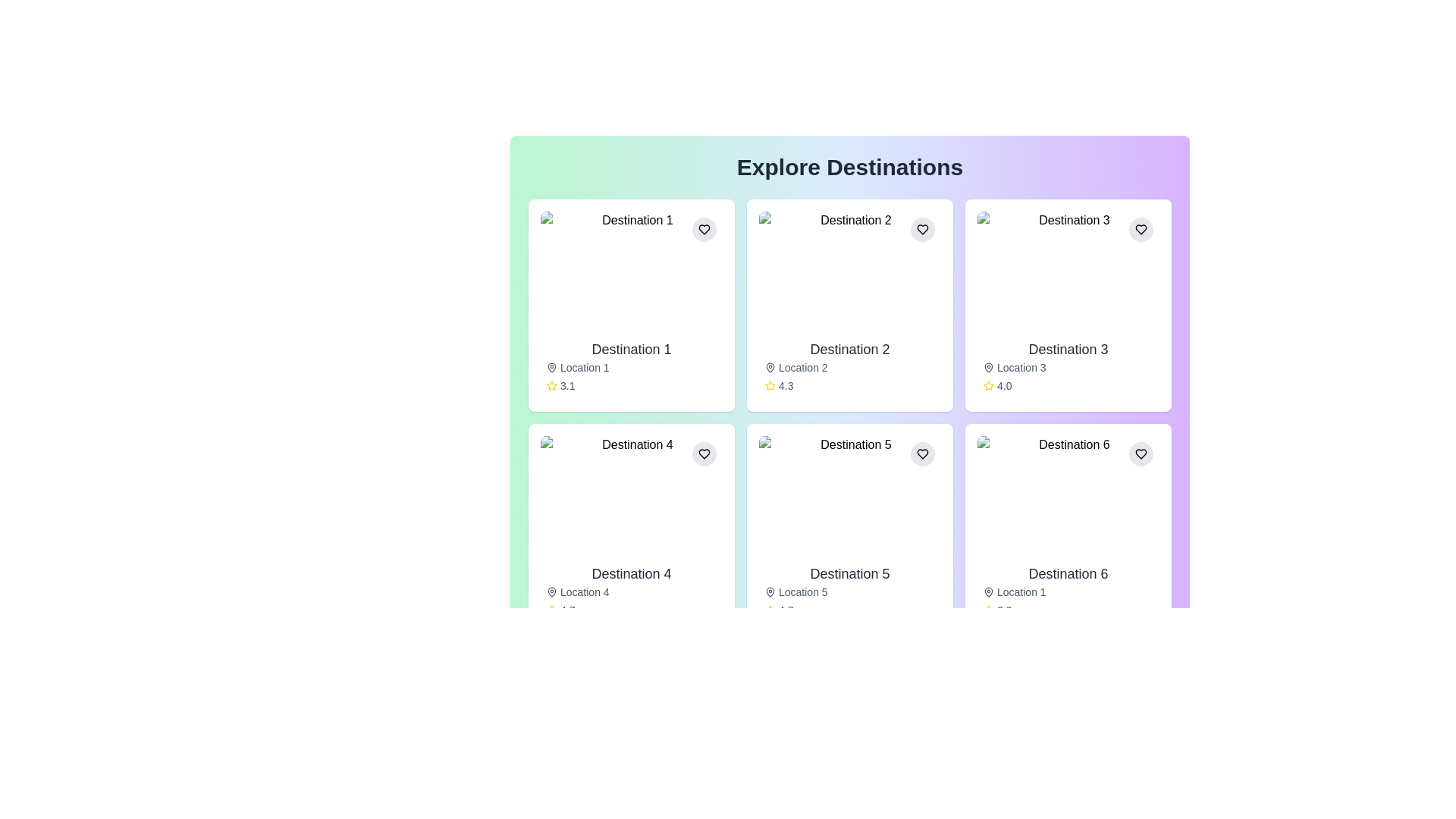 The image size is (1456, 819). Describe the element at coordinates (922, 453) in the screenshot. I see `the heart-shaped icon located in the top-right corner of the 'Destination 5' box in the 'Explore Destinations' section` at that location.